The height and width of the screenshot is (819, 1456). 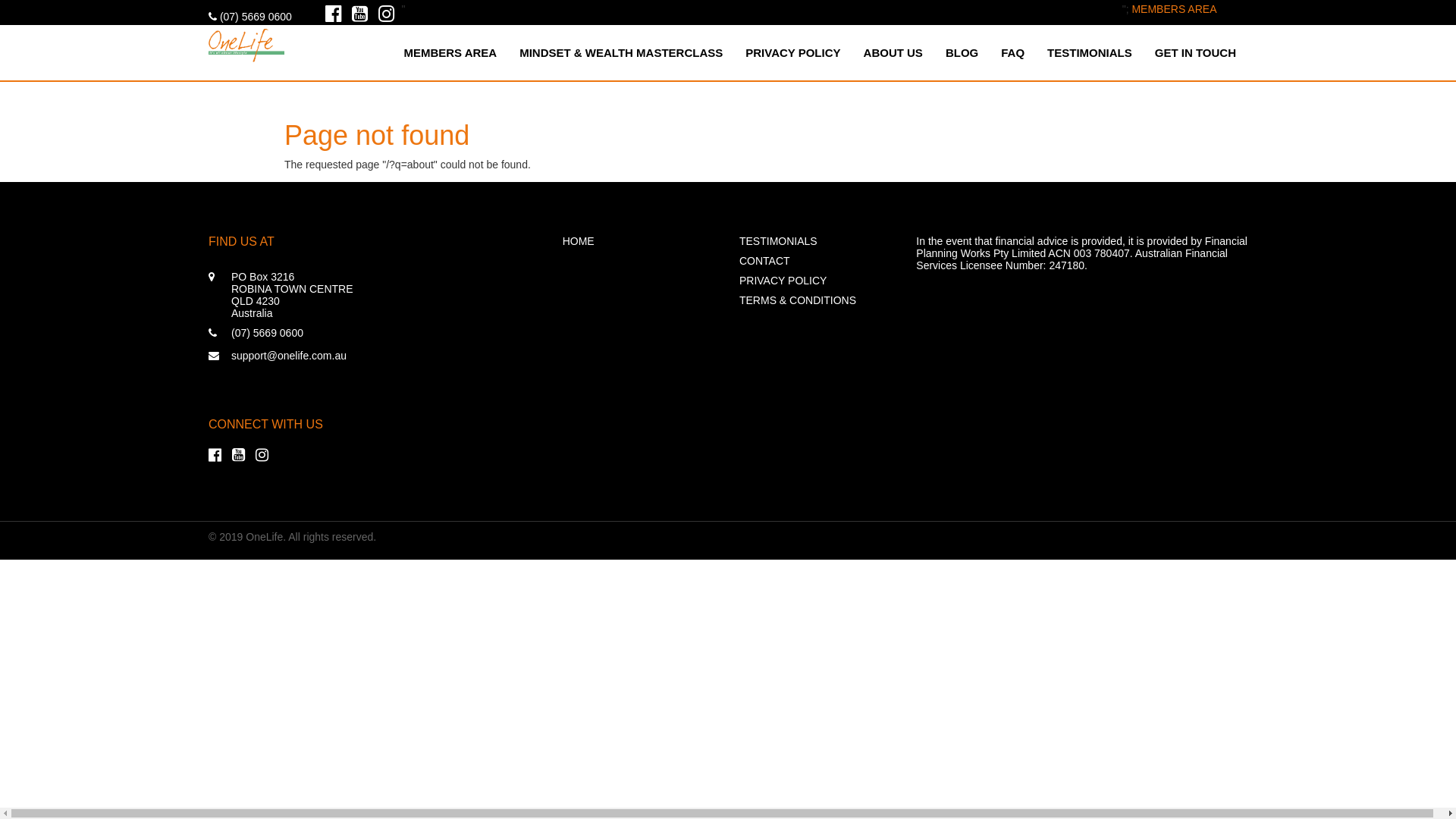 I want to click on 'TERMS & CONDITIONS', so click(x=815, y=300).